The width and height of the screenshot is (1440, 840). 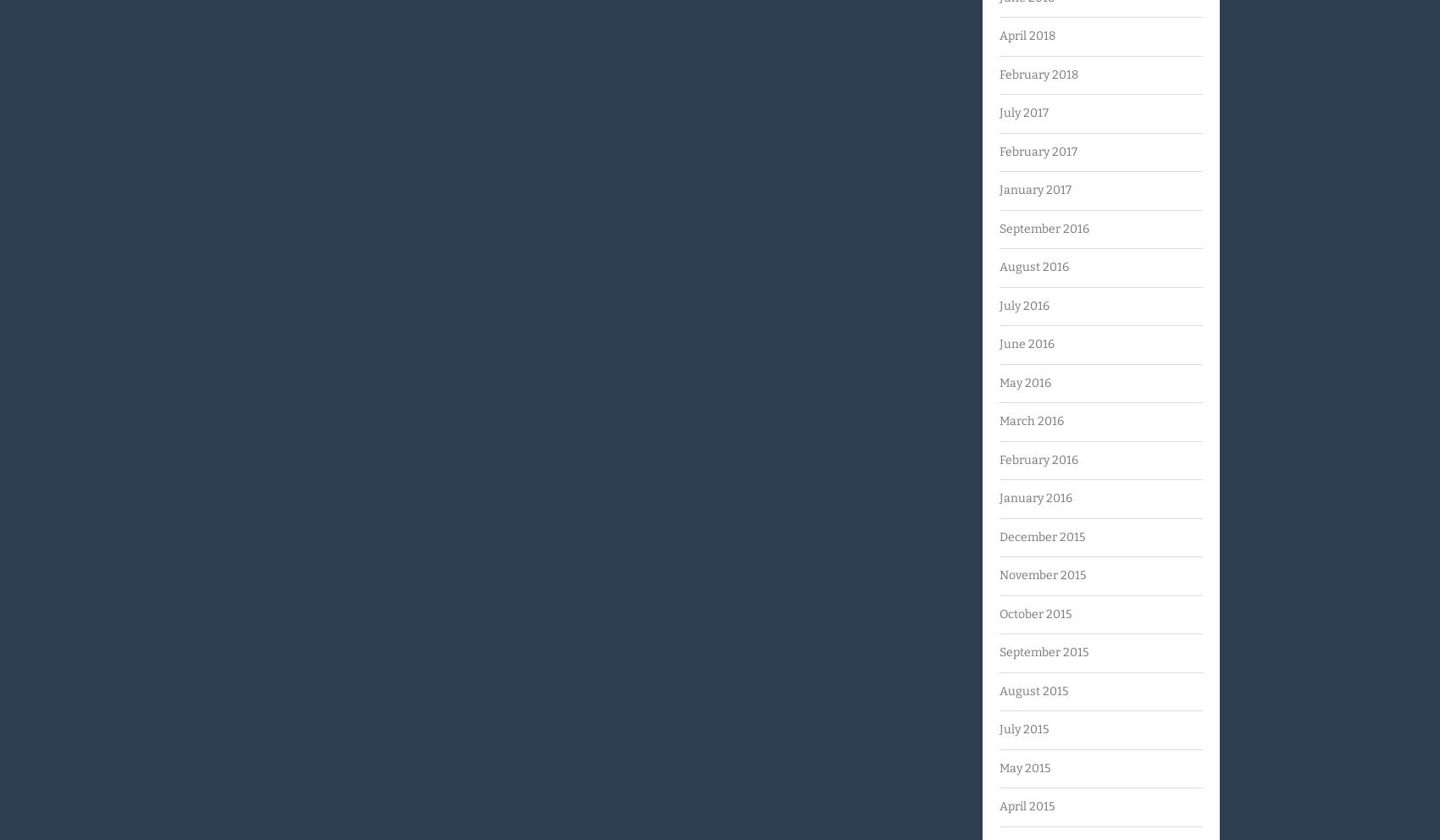 What do you see at coordinates (1026, 806) in the screenshot?
I see `'April 2015'` at bounding box center [1026, 806].